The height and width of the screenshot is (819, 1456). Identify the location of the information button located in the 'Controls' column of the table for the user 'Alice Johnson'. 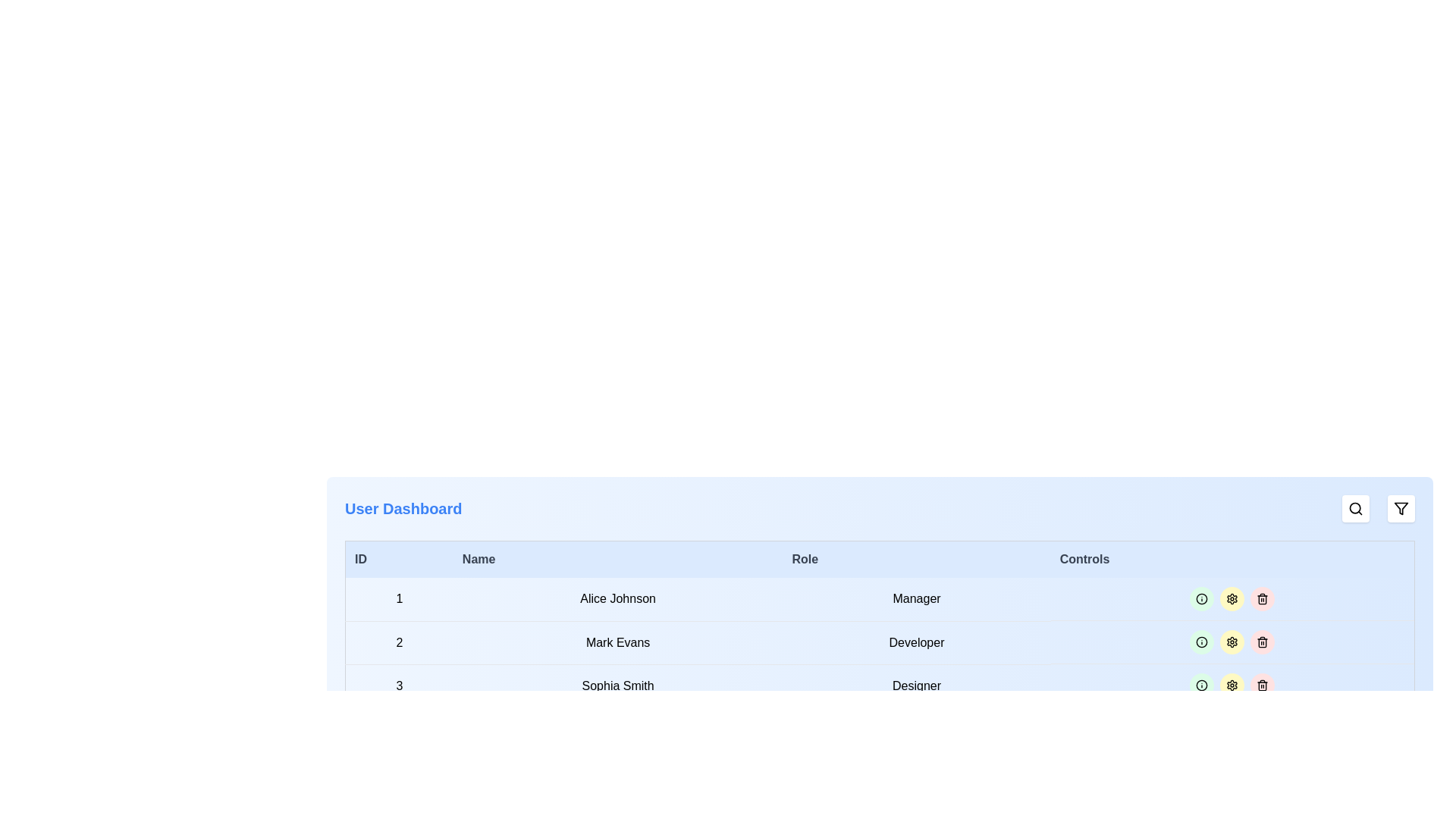
(1200, 598).